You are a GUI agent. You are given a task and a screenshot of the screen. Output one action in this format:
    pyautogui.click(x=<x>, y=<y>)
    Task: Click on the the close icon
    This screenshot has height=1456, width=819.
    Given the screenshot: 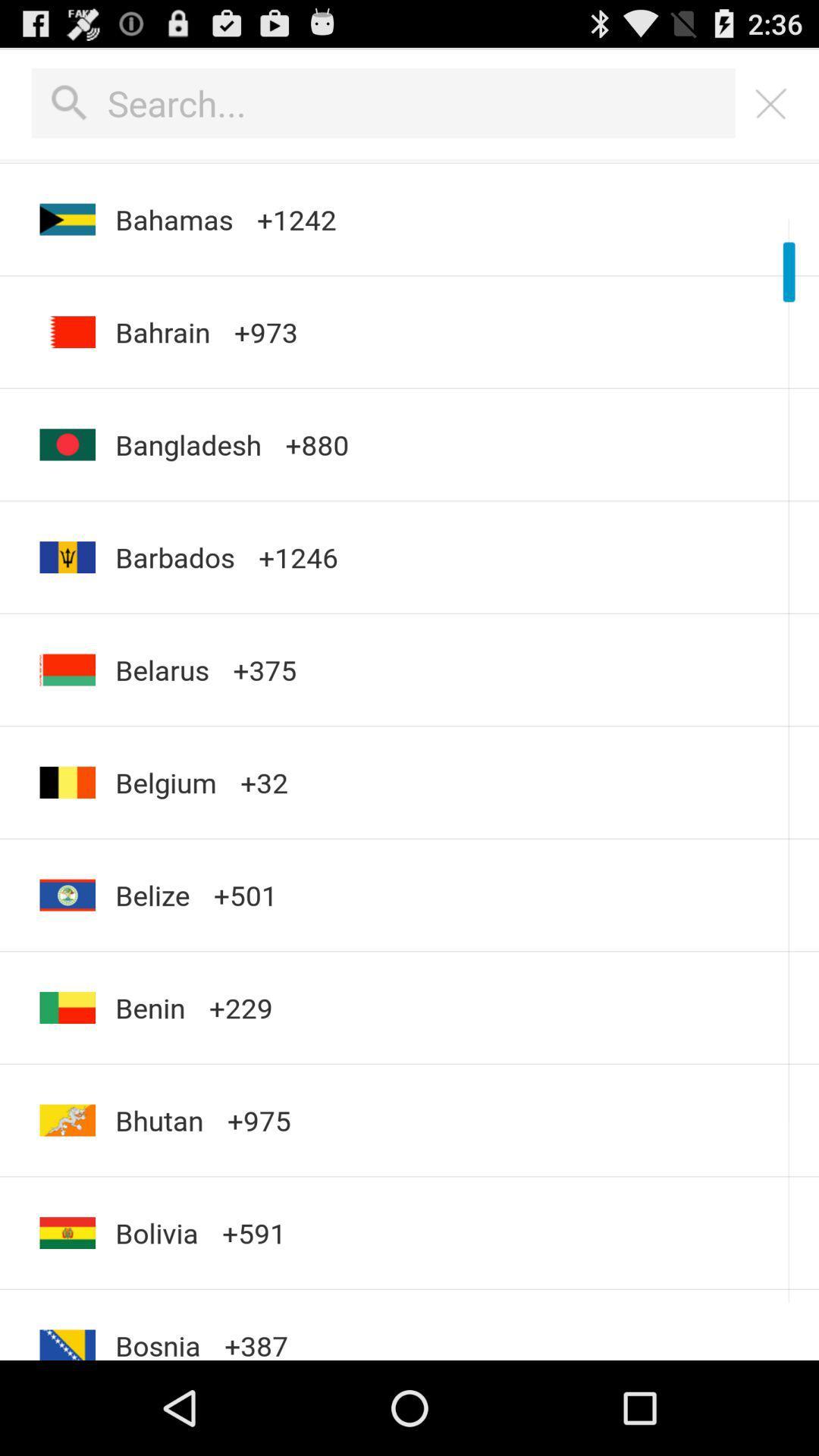 What is the action you would take?
    pyautogui.click(x=771, y=110)
    